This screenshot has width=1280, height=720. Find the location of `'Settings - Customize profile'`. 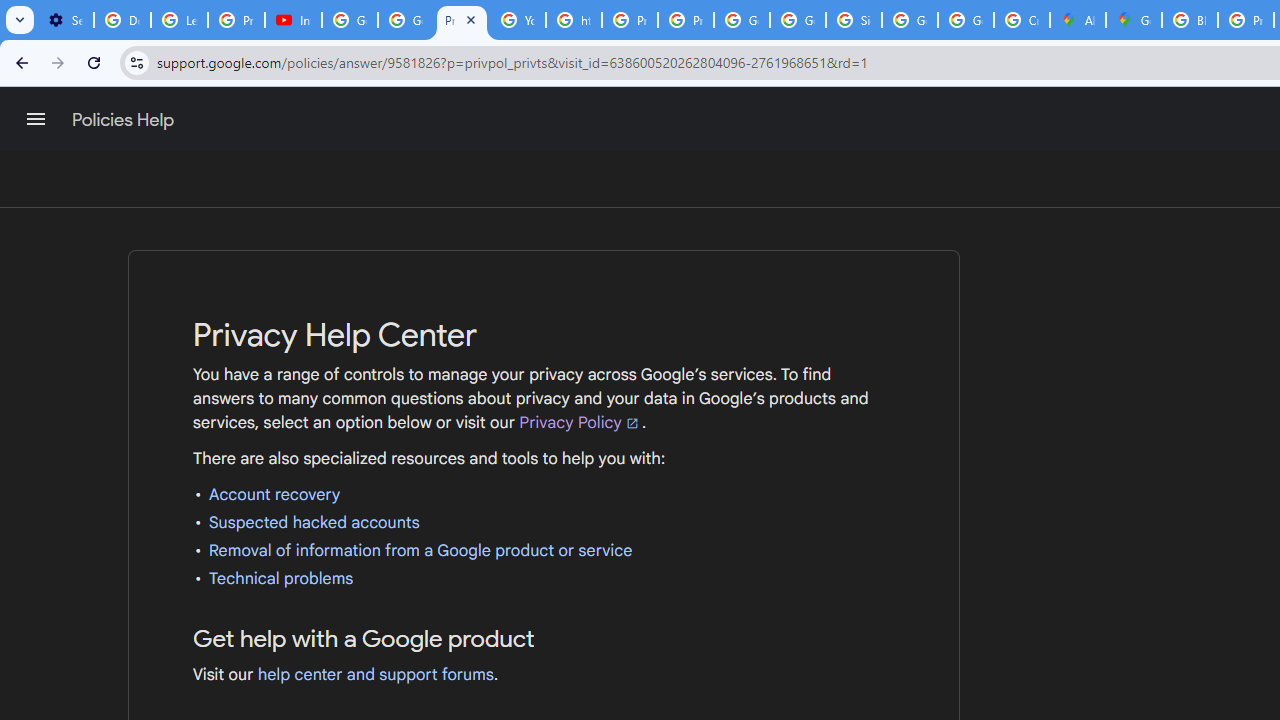

'Settings - Customize profile' is located at coordinates (65, 20).